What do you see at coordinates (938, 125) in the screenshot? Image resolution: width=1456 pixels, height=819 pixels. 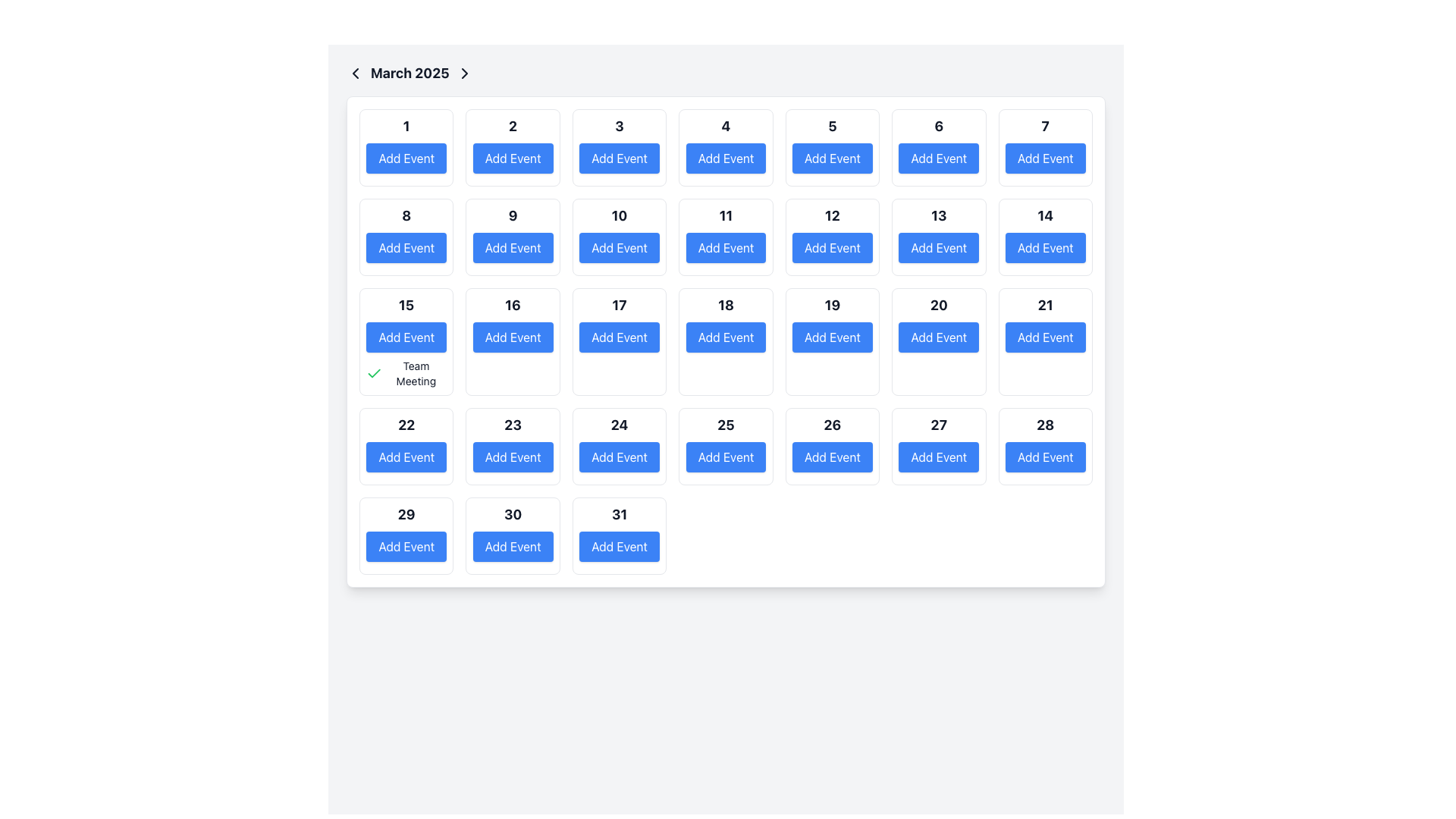 I see `the Text Label indicating the day number for March 6th, located in the top-right portion of the calendar above the 'Add Event' button` at bounding box center [938, 125].